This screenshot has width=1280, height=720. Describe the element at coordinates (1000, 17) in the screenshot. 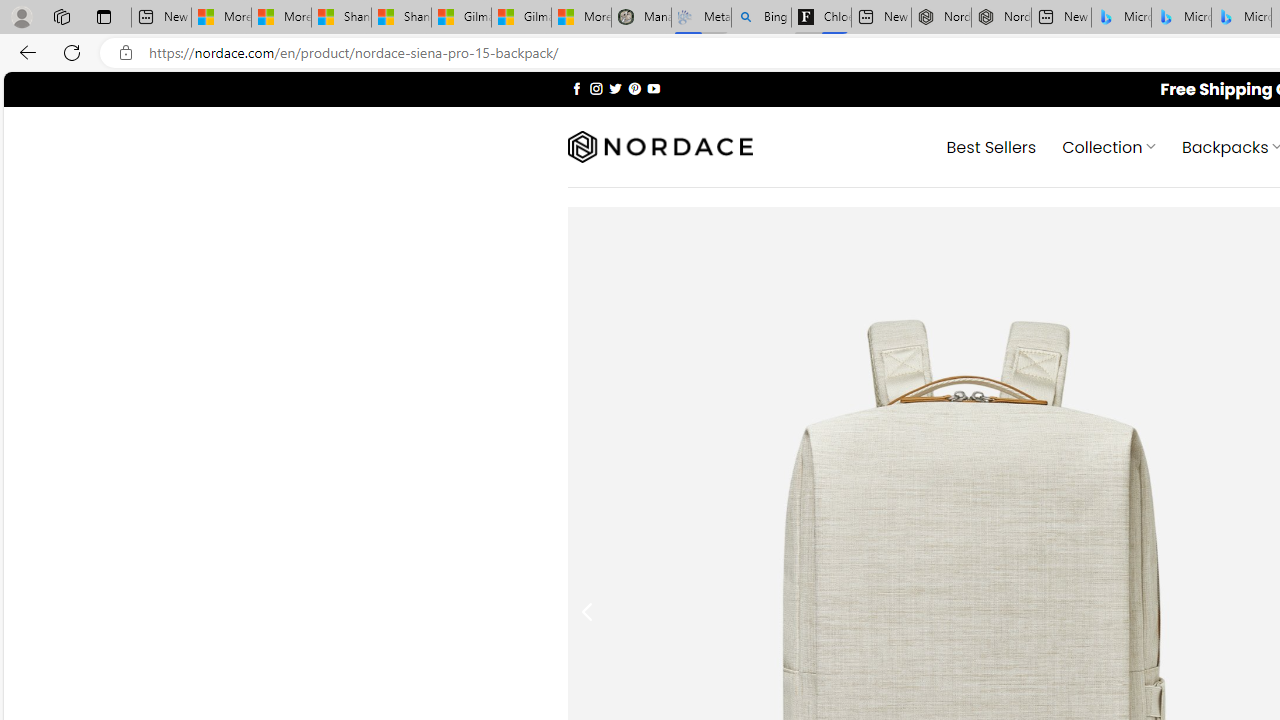

I see `'Nordace - #1 Japanese Best-Seller - Siena Smart Backpack'` at that location.